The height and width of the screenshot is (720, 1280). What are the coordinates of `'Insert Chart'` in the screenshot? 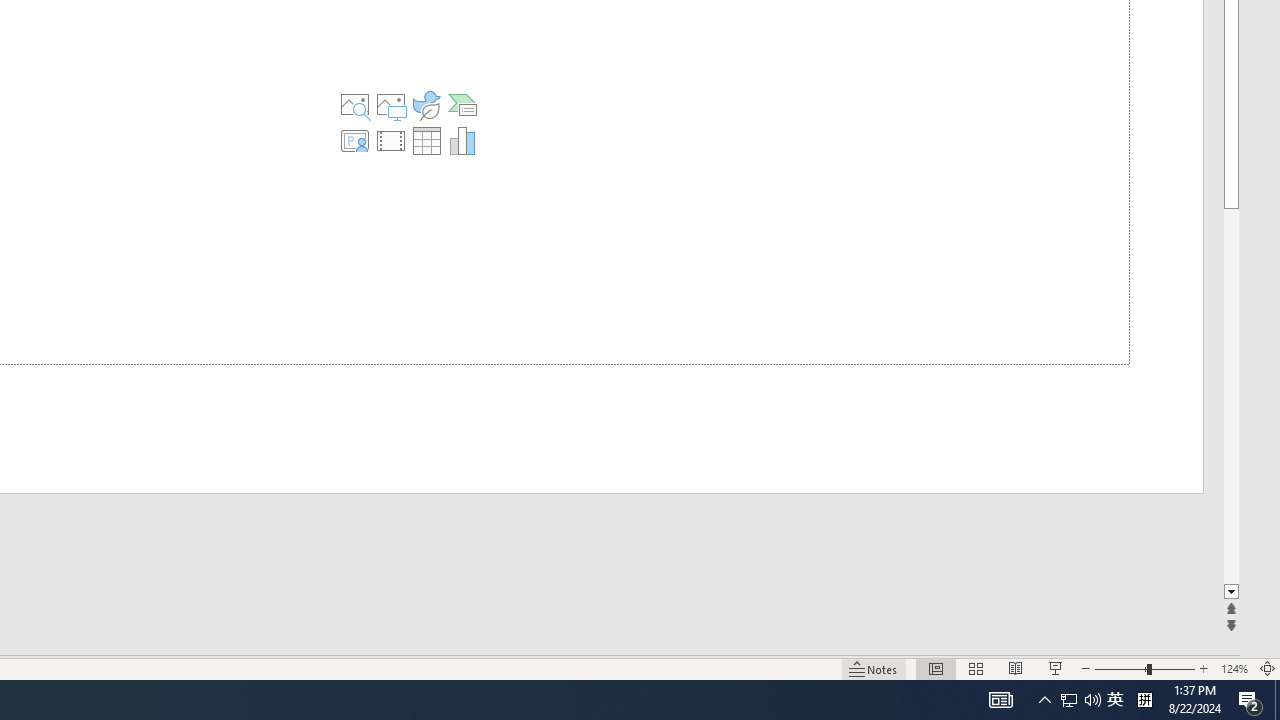 It's located at (461, 140).